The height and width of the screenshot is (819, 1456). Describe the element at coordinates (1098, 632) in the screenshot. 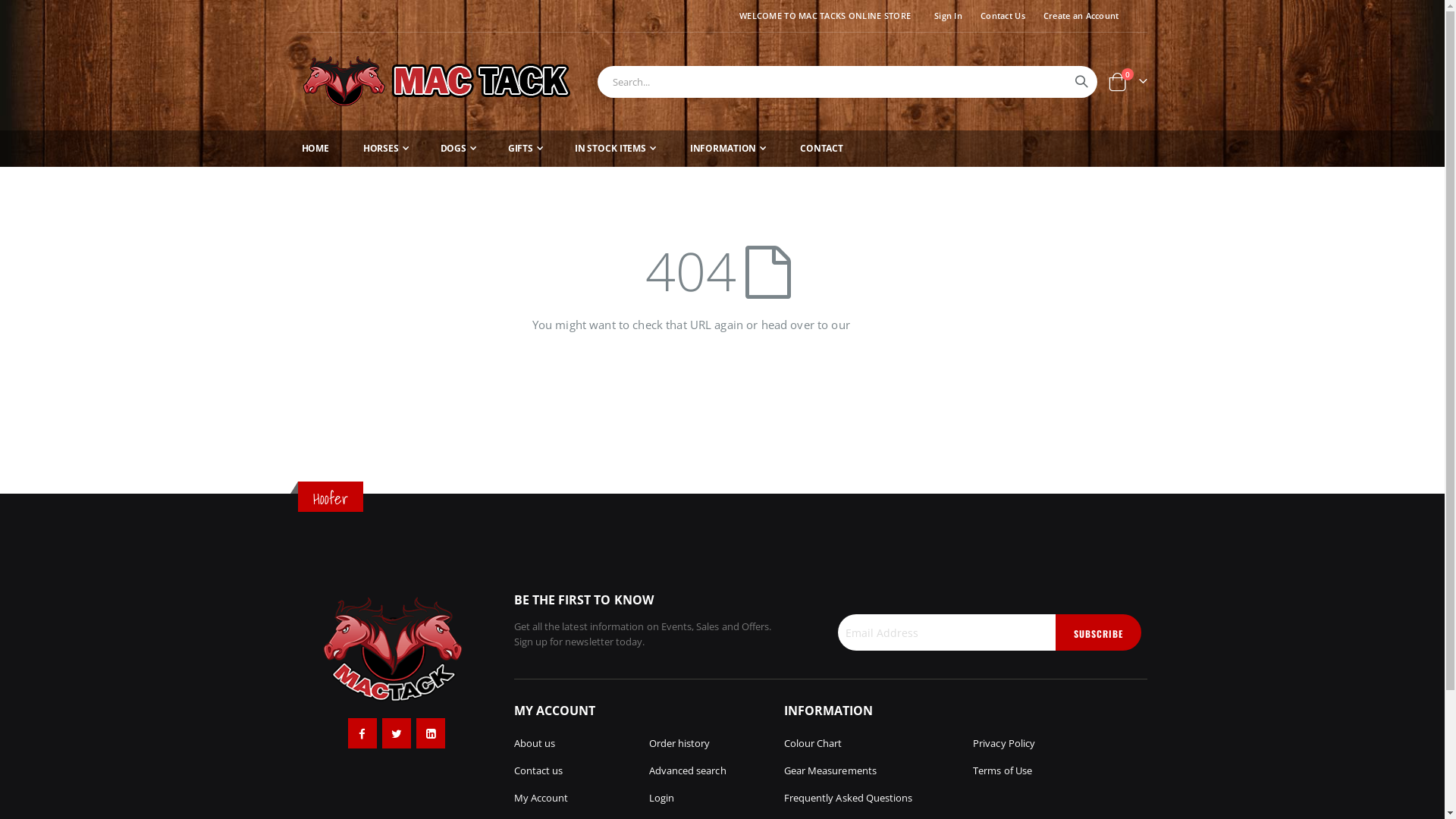

I see `'SUBSCRIBE'` at that location.